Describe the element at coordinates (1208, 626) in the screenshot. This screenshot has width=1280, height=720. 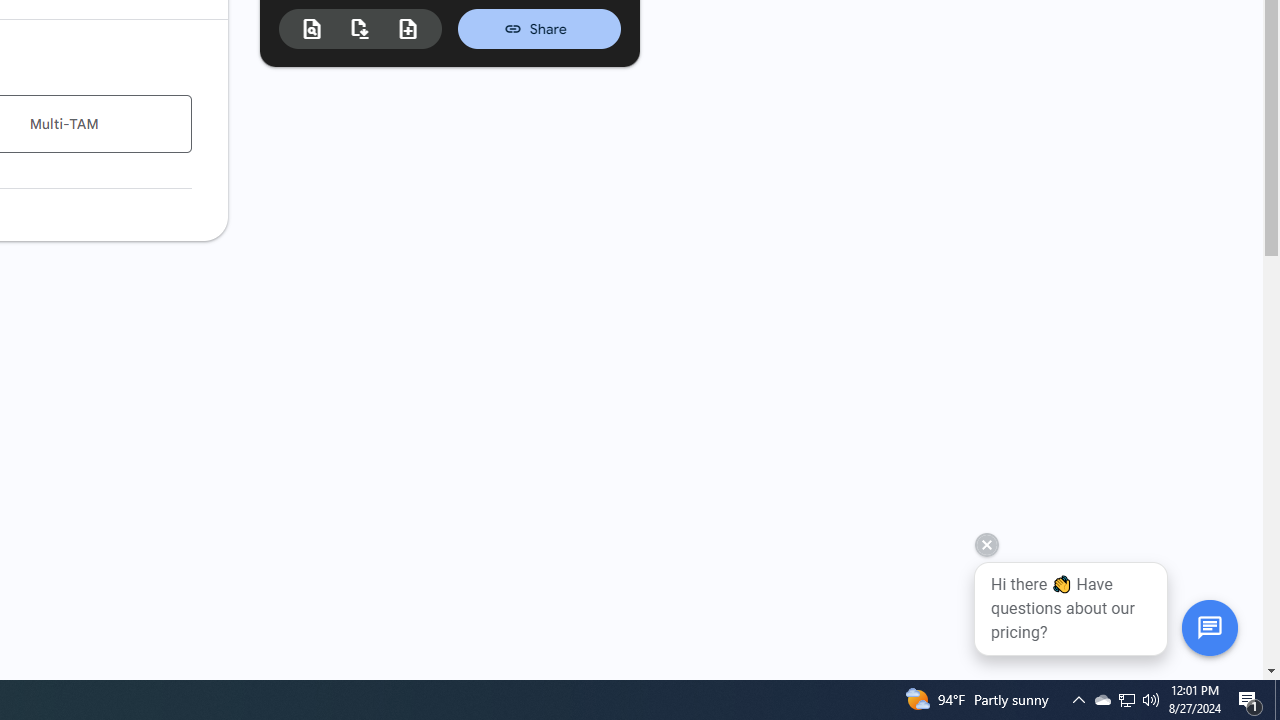
I see `'Button to activate chat'` at that location.